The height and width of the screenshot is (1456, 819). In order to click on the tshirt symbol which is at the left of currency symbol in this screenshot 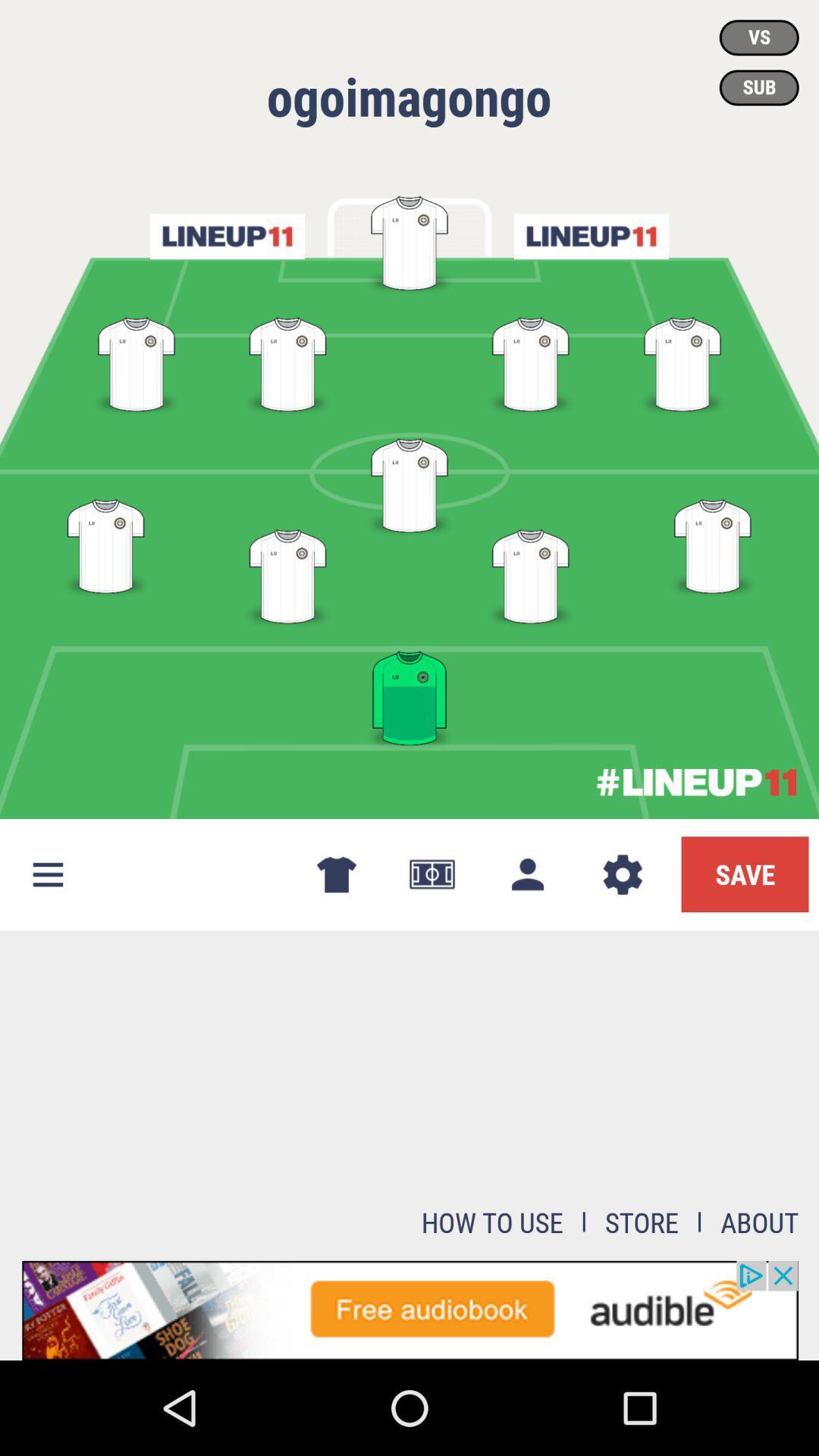, I will do `click(335, 874)`.